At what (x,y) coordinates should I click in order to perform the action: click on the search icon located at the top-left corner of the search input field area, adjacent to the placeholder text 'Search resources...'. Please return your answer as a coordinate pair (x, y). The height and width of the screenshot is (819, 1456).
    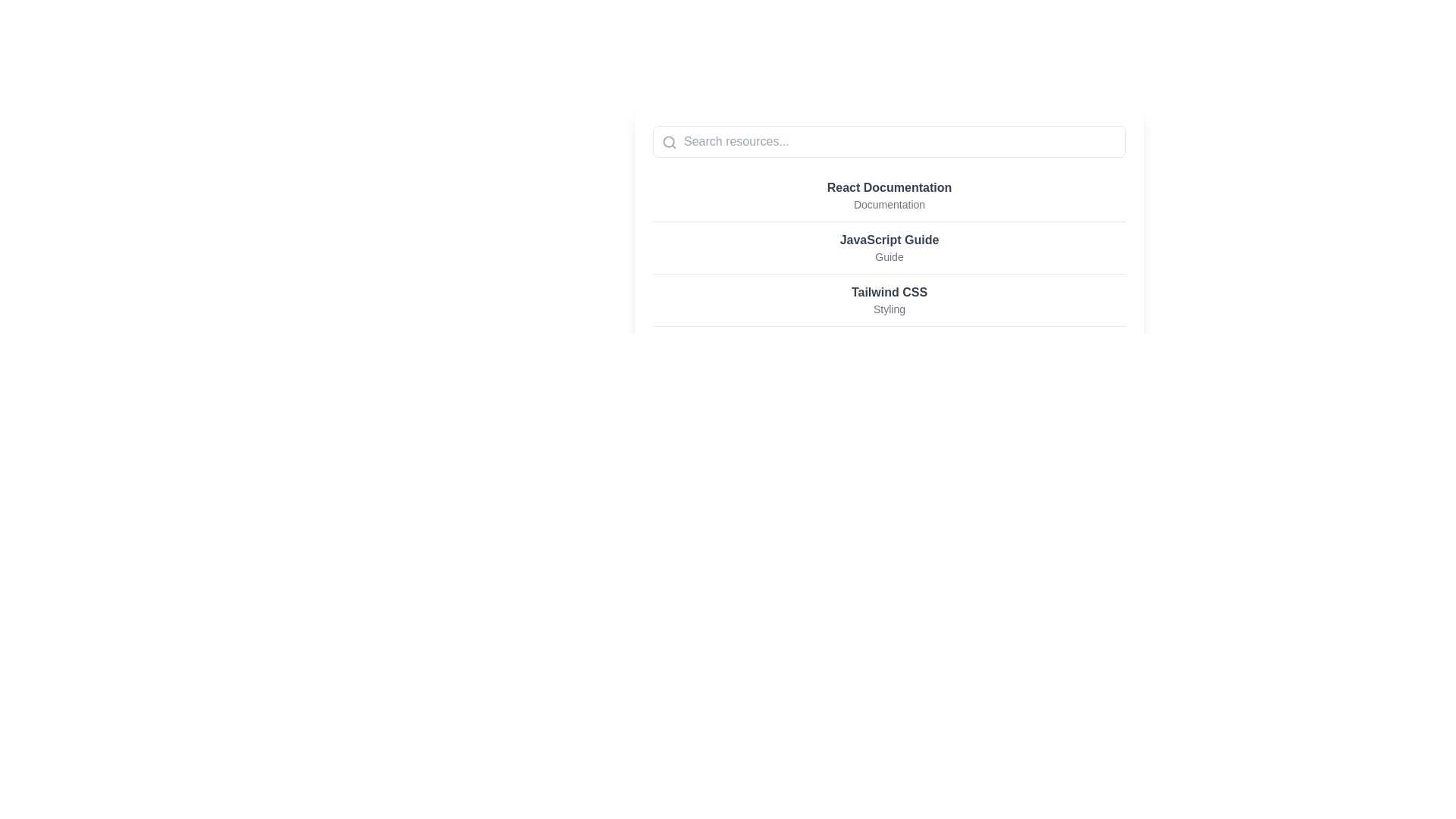
    Looking at the image, I should click on (669, 143).